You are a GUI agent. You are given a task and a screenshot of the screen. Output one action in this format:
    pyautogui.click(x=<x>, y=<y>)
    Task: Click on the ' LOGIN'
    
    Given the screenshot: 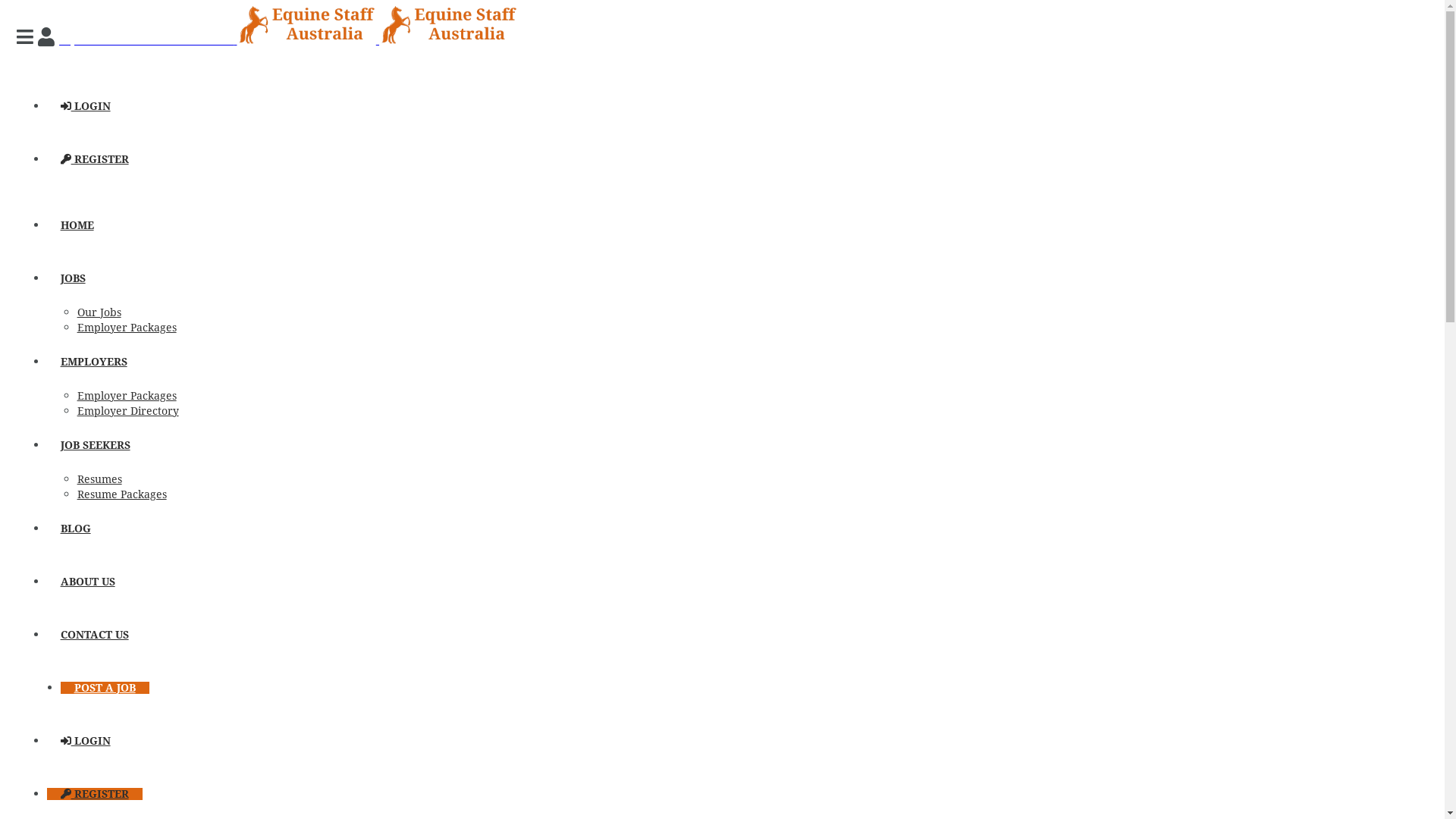 What is the action you would take?
    pyautogui.click(x=85, y=105)
    